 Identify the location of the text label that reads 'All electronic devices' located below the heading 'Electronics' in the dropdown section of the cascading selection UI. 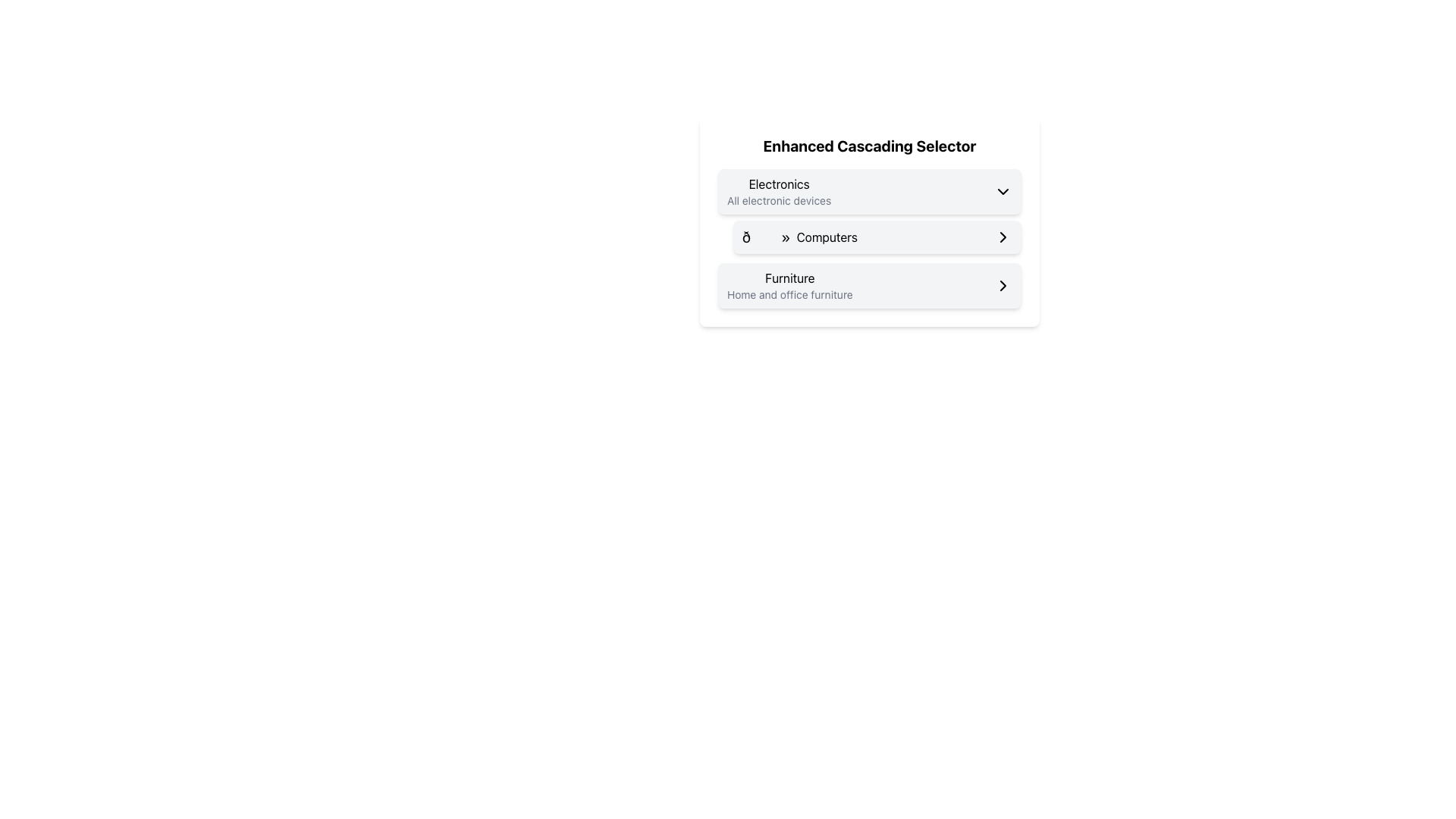
(779, 200).